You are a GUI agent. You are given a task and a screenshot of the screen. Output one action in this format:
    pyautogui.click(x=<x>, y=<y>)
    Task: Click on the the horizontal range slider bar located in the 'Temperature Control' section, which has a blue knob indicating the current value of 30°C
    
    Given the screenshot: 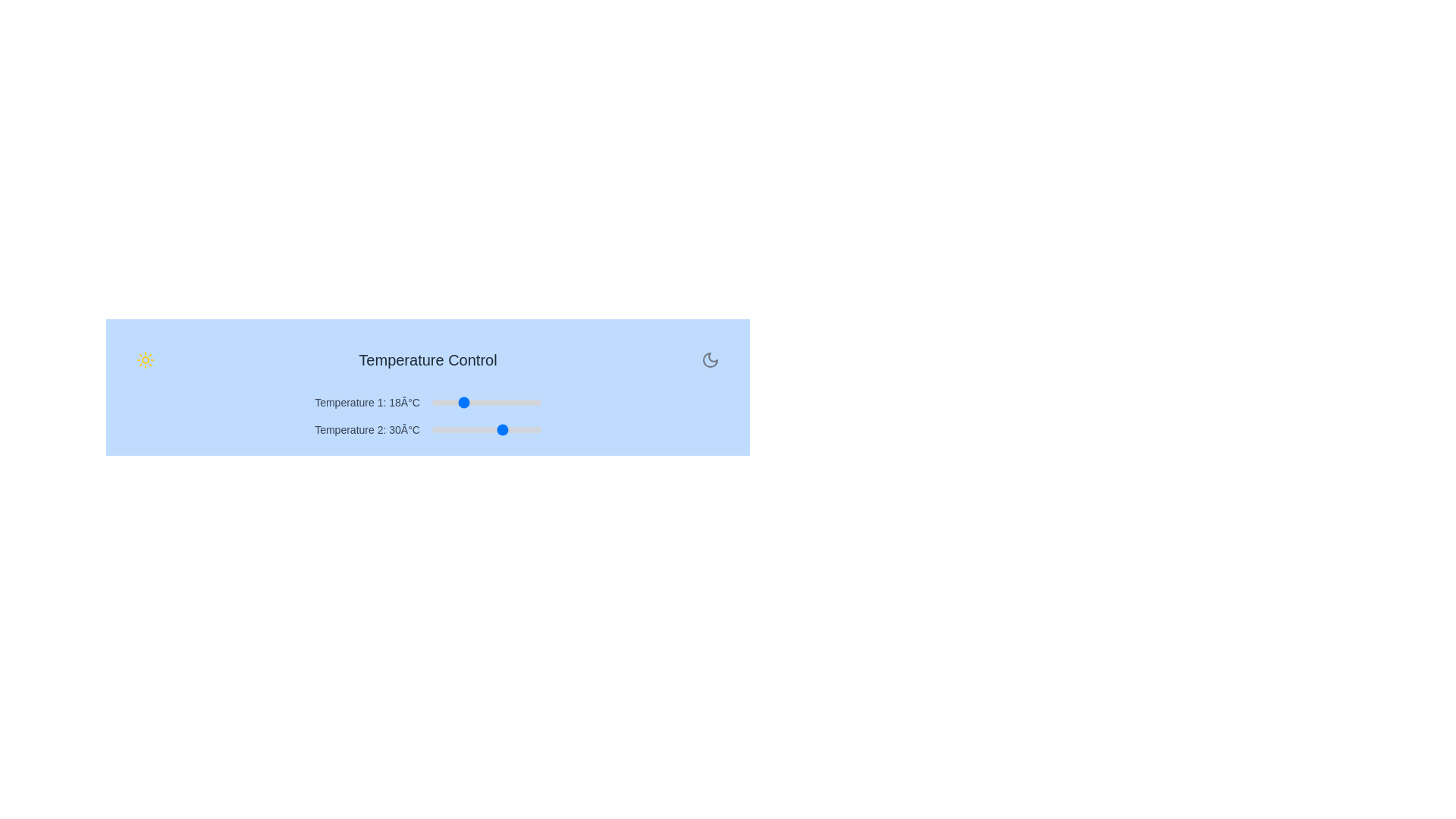 What is the action you would take?
    pyautogui.click(x=486, y=430)
    